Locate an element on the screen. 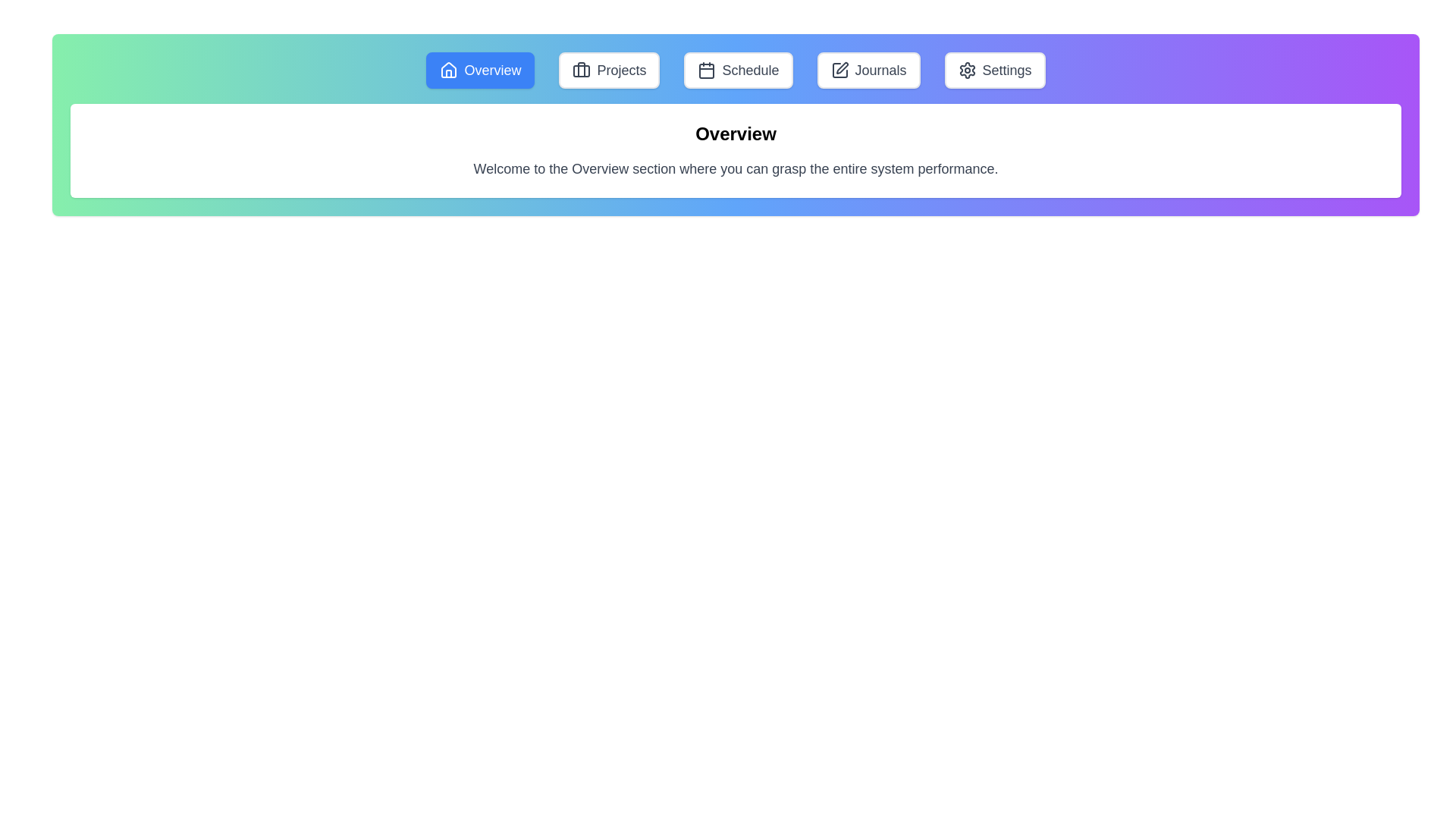 This screenshot has height=819, width=1456. the navigation button labeled 'Schedule' located at the top navigation bar, specifically the third button from the left is located at coordinates (739, 70).